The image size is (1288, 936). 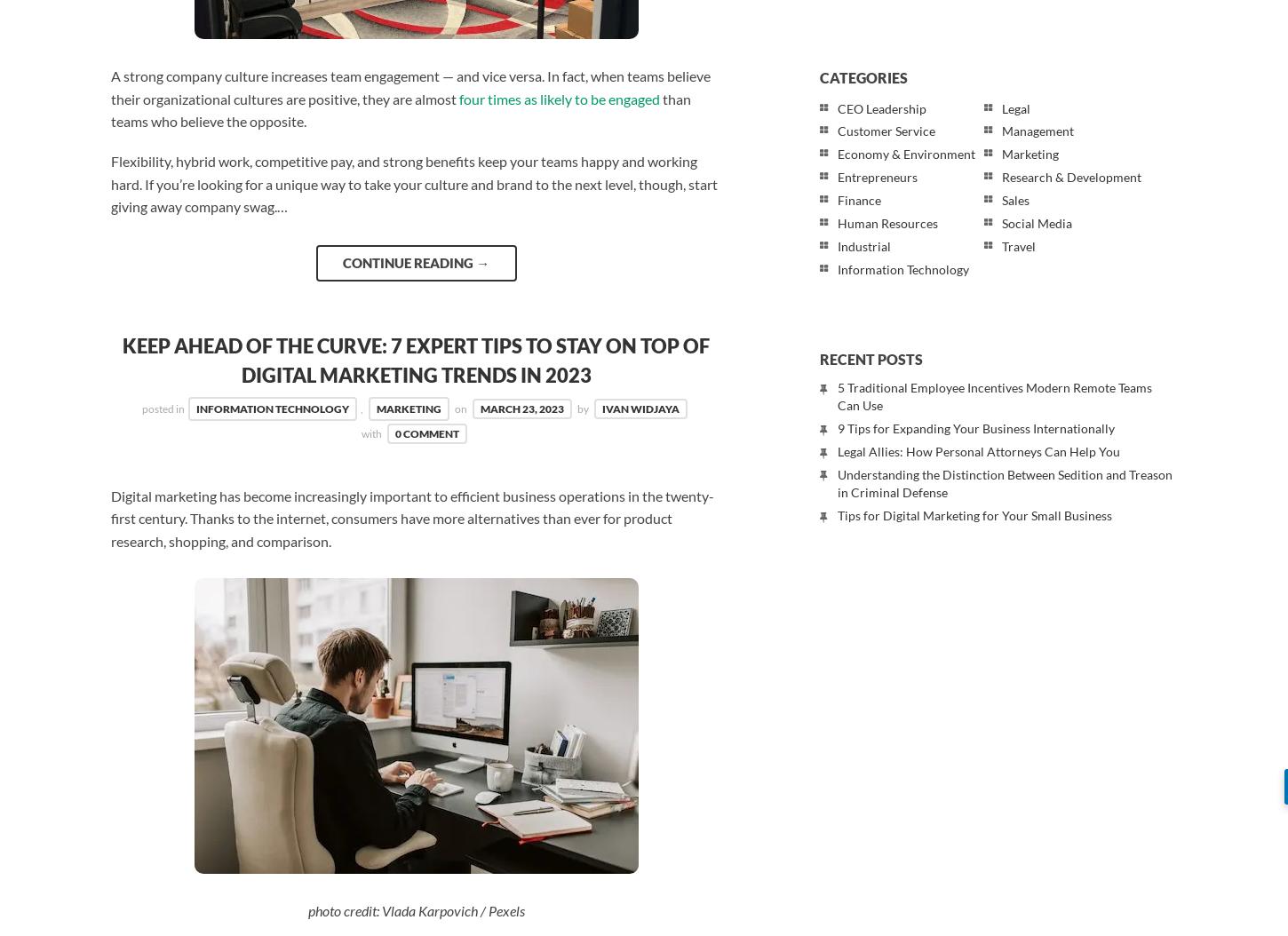 What do you see at coordinates (460, 408) in the screenshot?
I see `'on'` at bounding box center [460, 408].